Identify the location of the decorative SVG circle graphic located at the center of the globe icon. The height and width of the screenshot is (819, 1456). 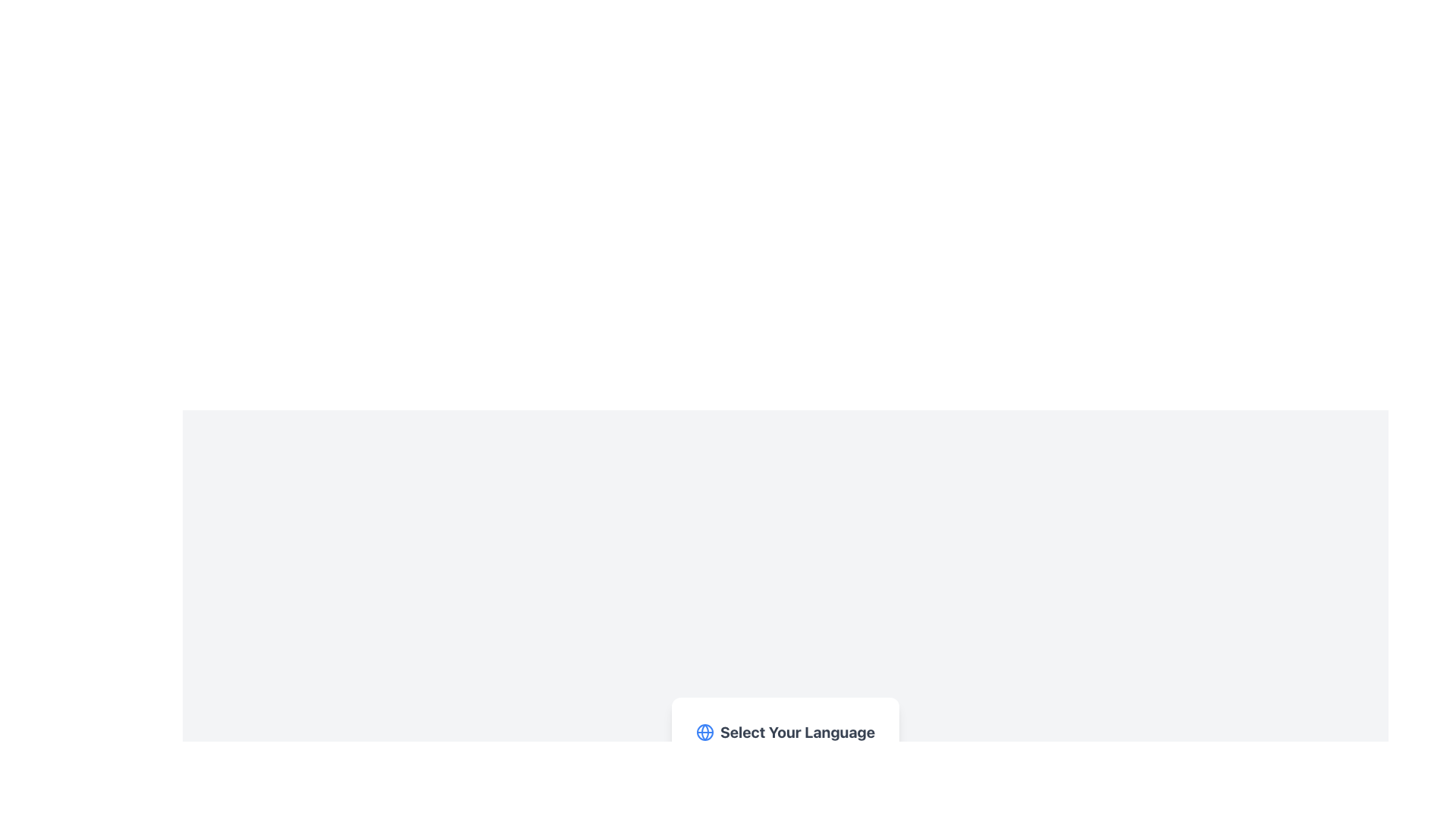
(704, 731).